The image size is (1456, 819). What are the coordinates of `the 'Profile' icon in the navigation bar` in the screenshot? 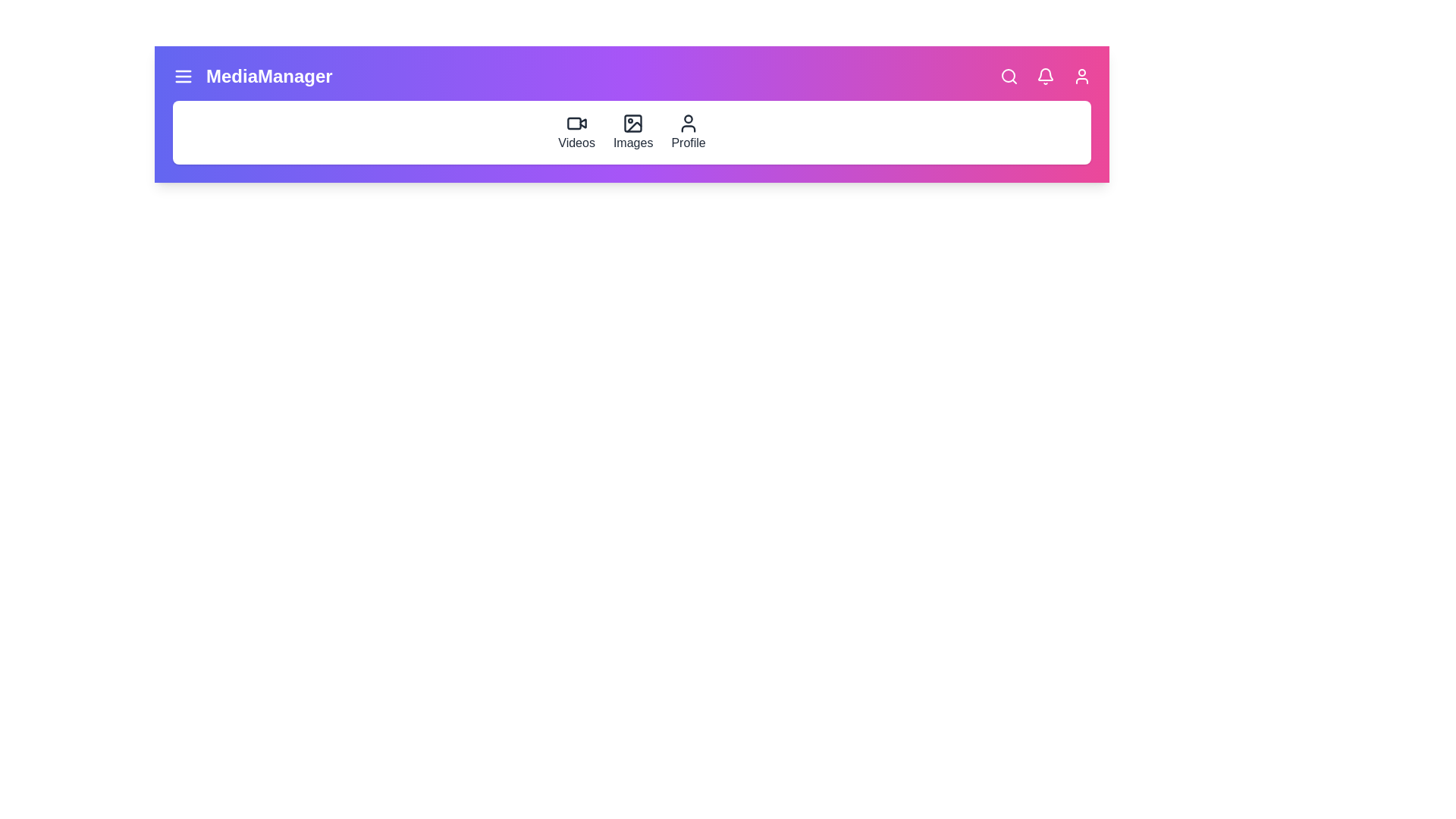 It's located at (1081, 76).